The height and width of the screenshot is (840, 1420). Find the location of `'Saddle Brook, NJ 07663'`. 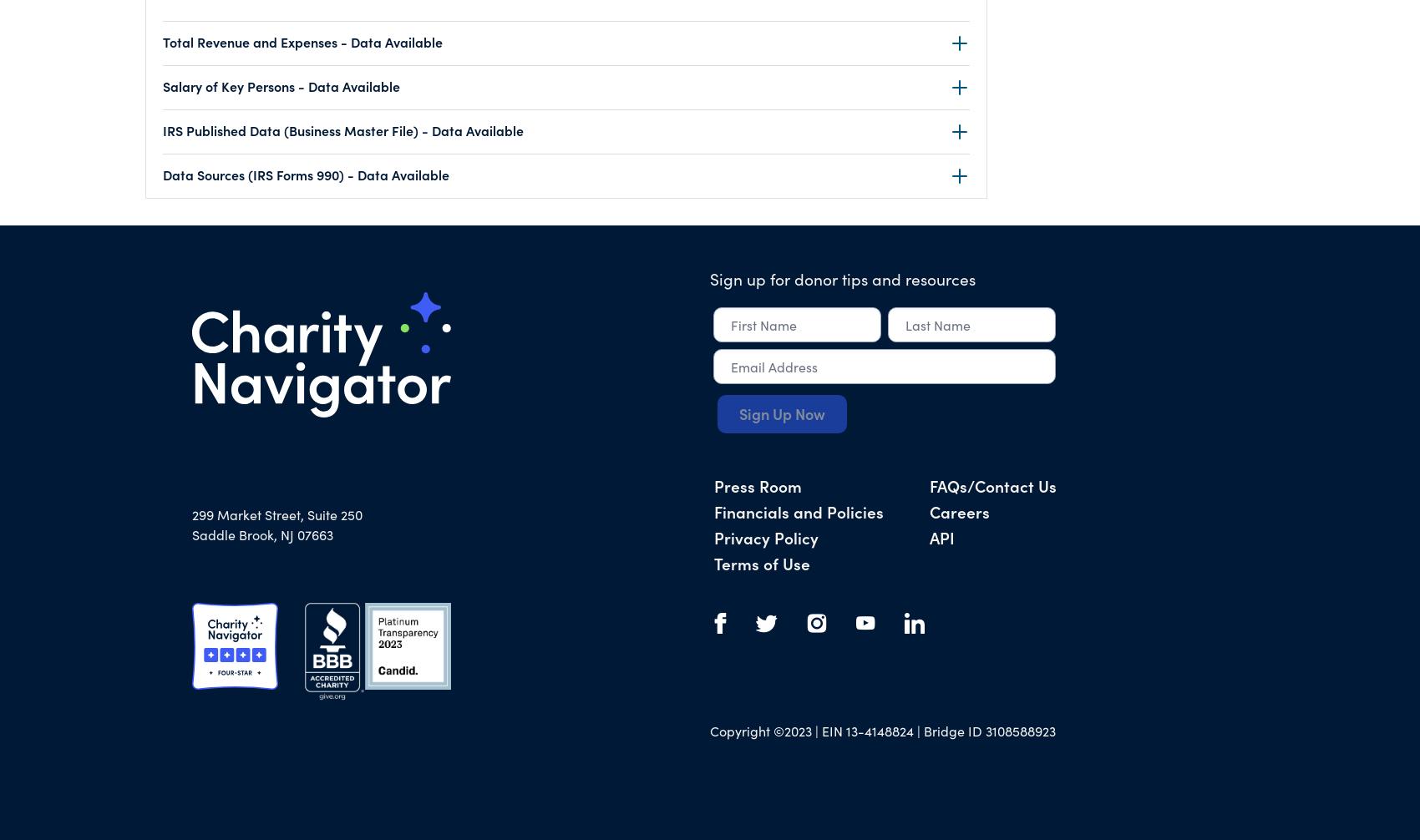

'Saddle Brook, NJ 07663' is located at coordinates (262, 534).